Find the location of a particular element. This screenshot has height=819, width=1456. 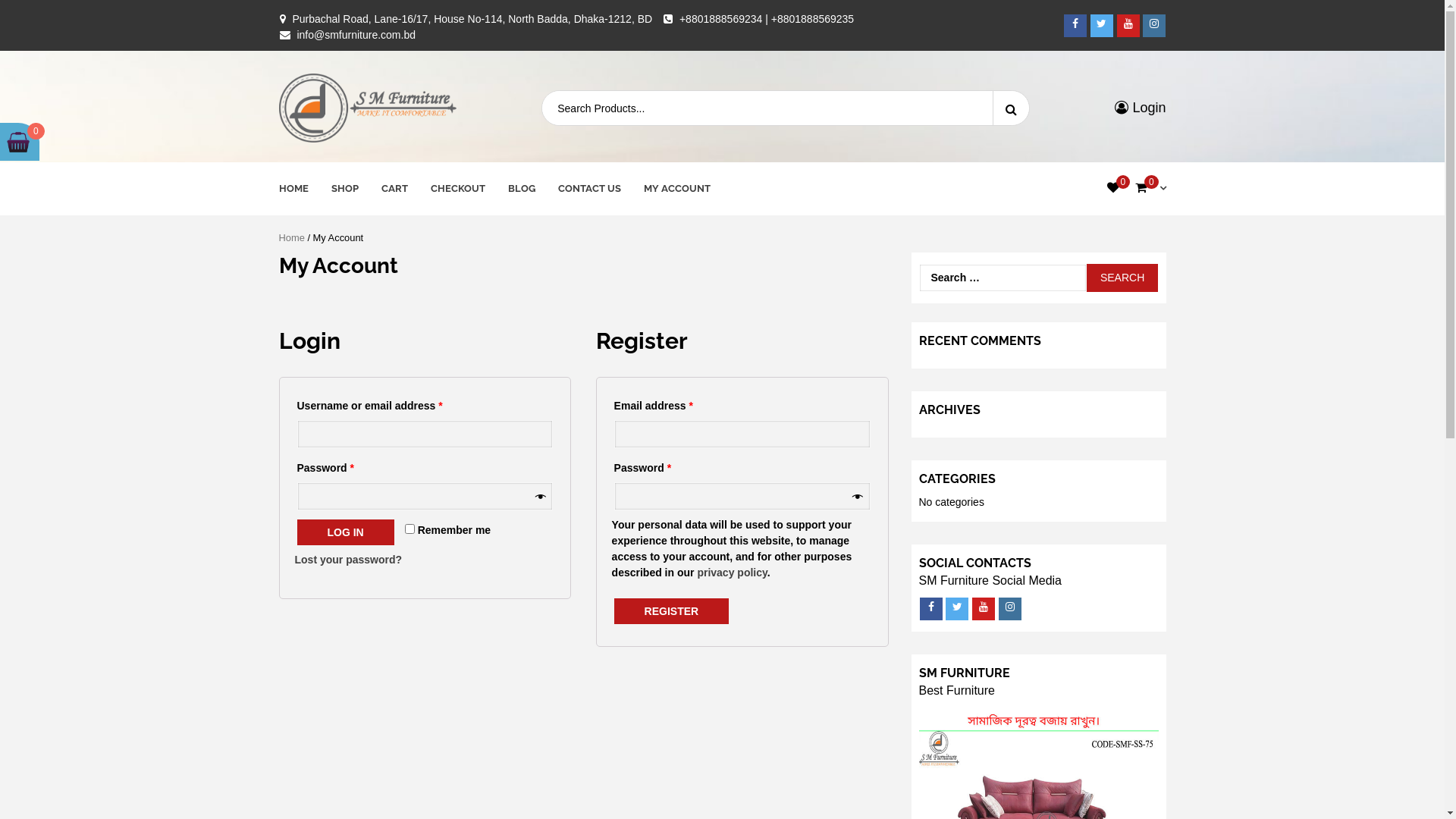

'Twitter' is located at coordinates (1102, 25).